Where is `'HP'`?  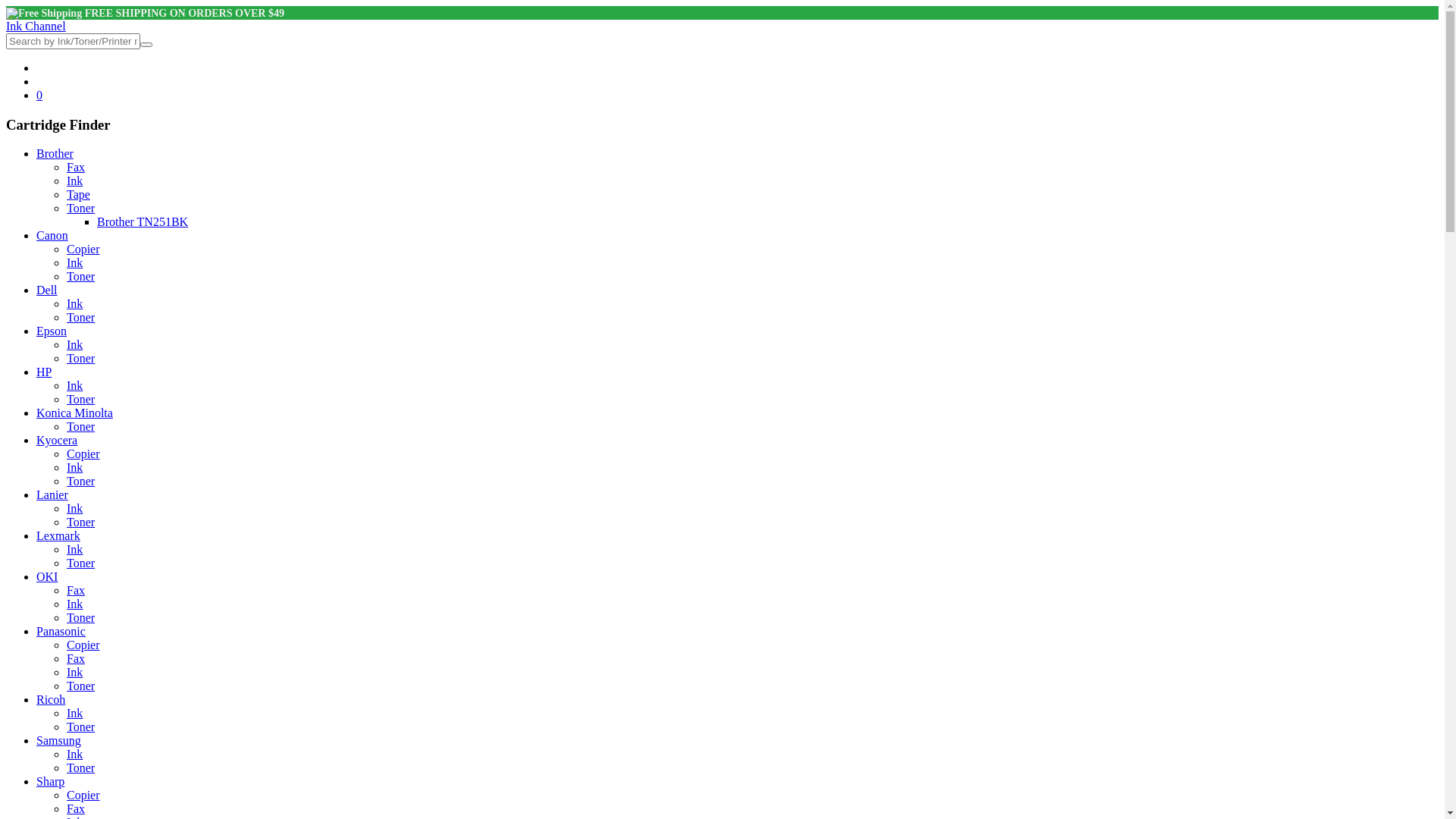
'HP' is located at coordinates (43, 372).